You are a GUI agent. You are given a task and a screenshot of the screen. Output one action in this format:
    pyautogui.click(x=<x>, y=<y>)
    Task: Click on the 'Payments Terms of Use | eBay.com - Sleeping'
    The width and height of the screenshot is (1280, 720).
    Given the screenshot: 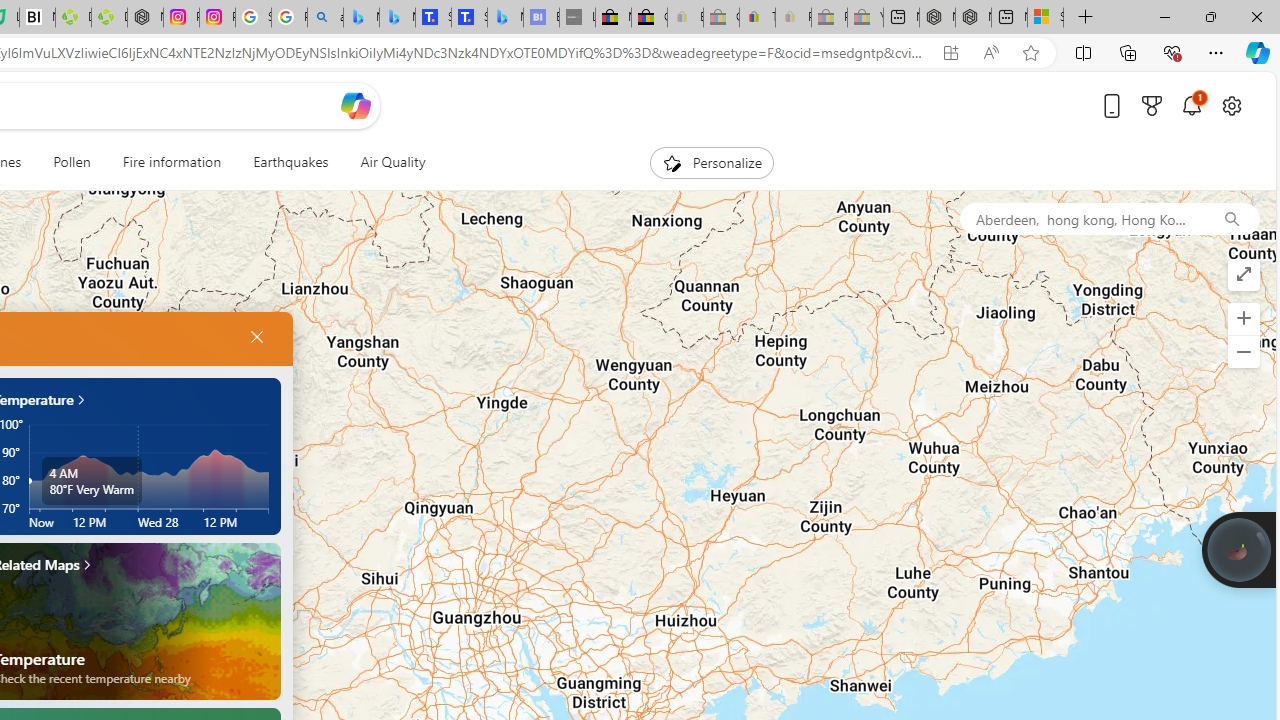 What is the action you would take?
    pyautogui.click(x=792, y=17)
    